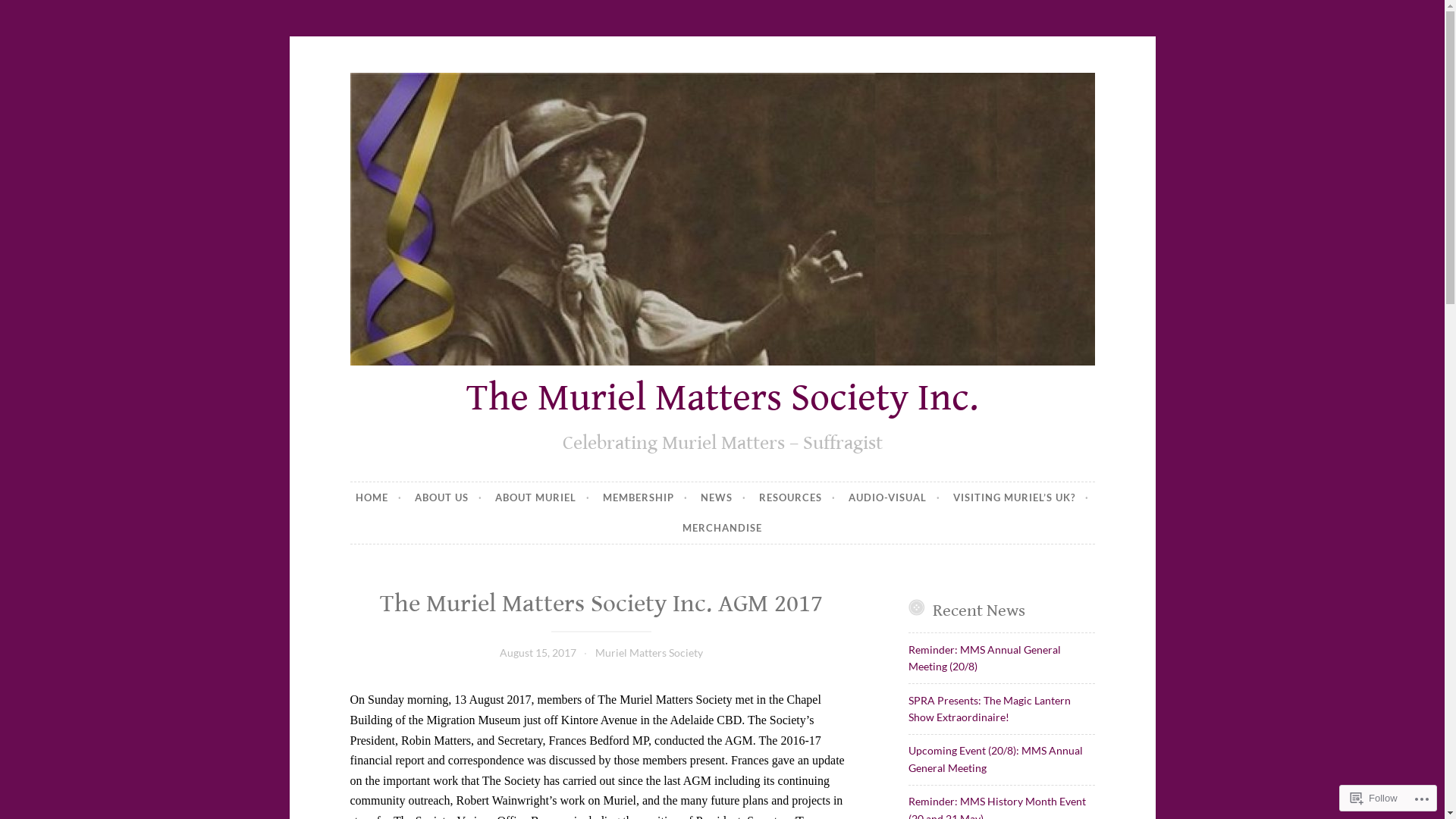 This screenshot has height=819, width=1456. What do you see at coordinates (723, 497) in the screenshot?
I see `'NEWS'` at bounding box center [723, 497].